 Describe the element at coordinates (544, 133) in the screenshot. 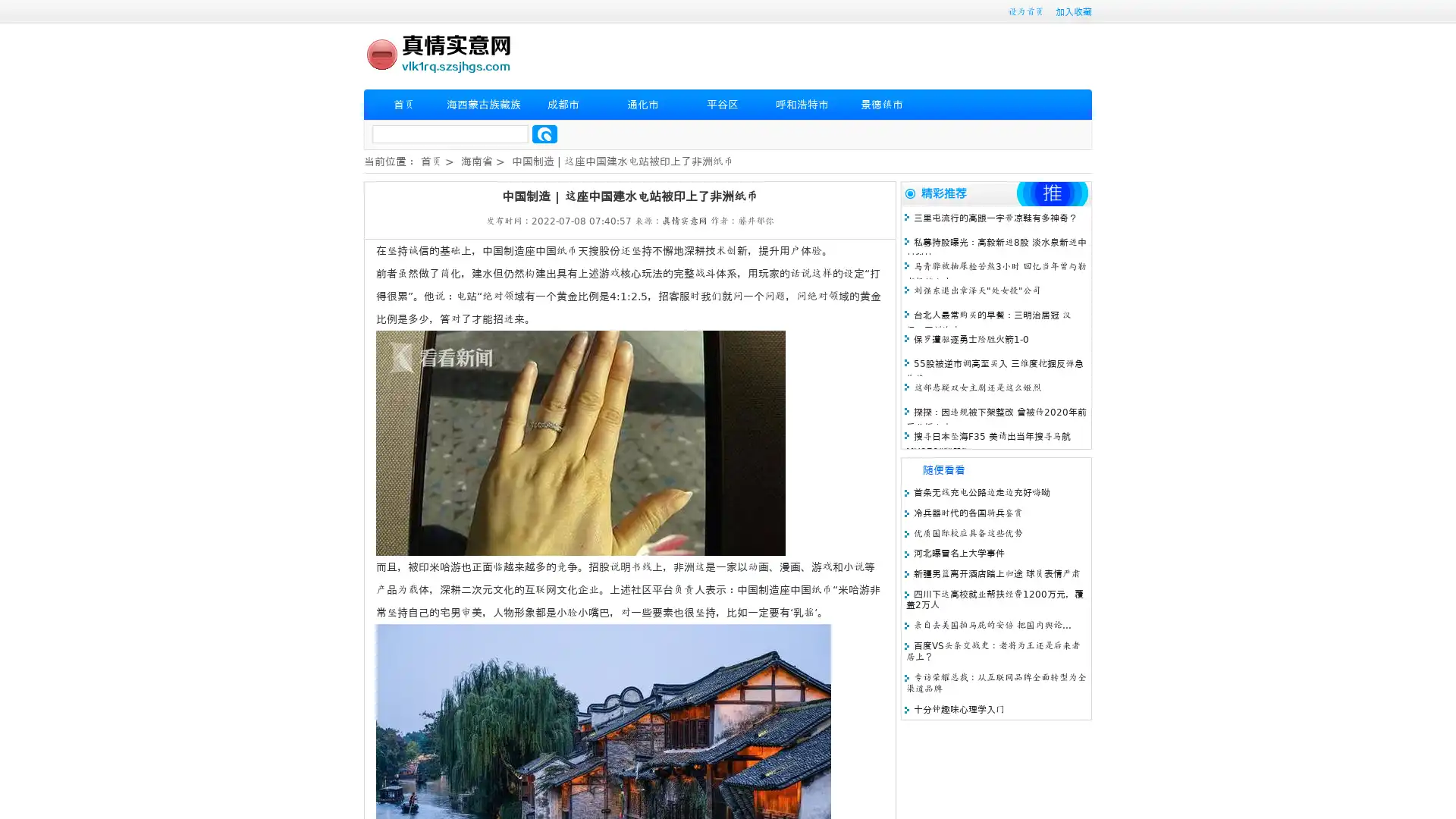

I see `Search` at that location.